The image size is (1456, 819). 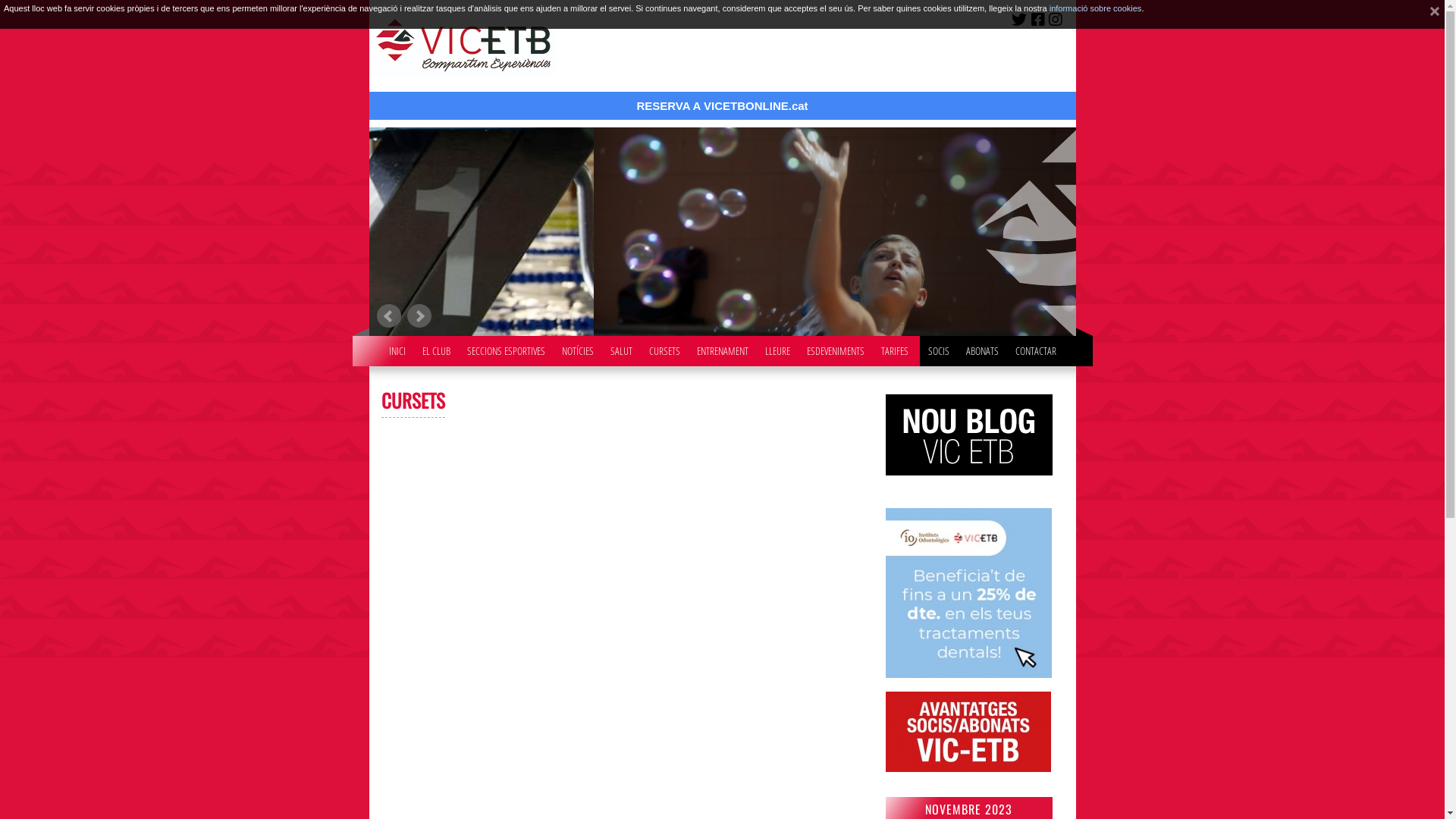 I want to click on 'EL CLUB', so click(x=435, y=347).